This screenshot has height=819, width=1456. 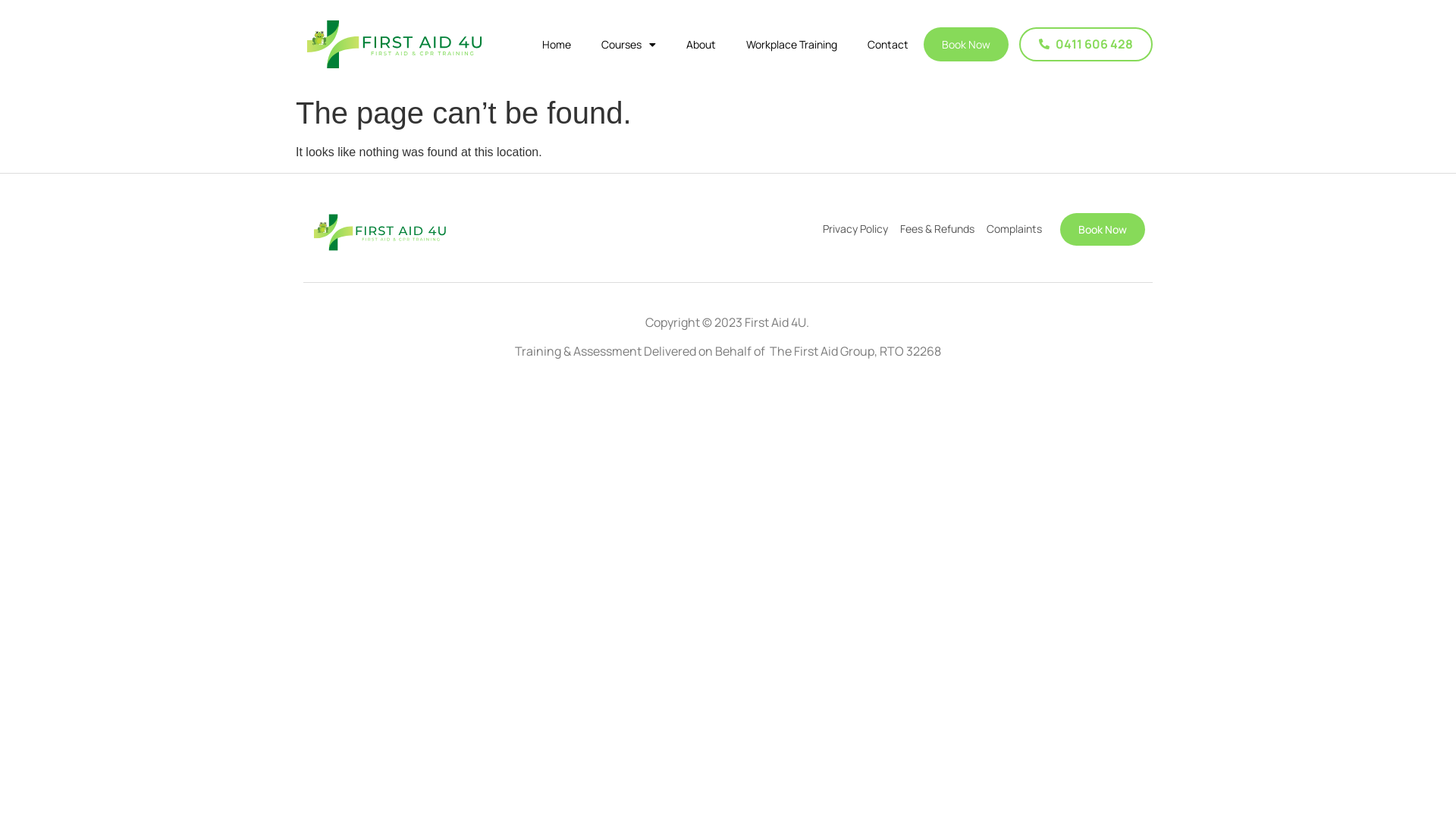 What do you see at coordinates (1014, 228) in the screenshot?
I see `'Complaints'` at bounding box center [1014, 228].